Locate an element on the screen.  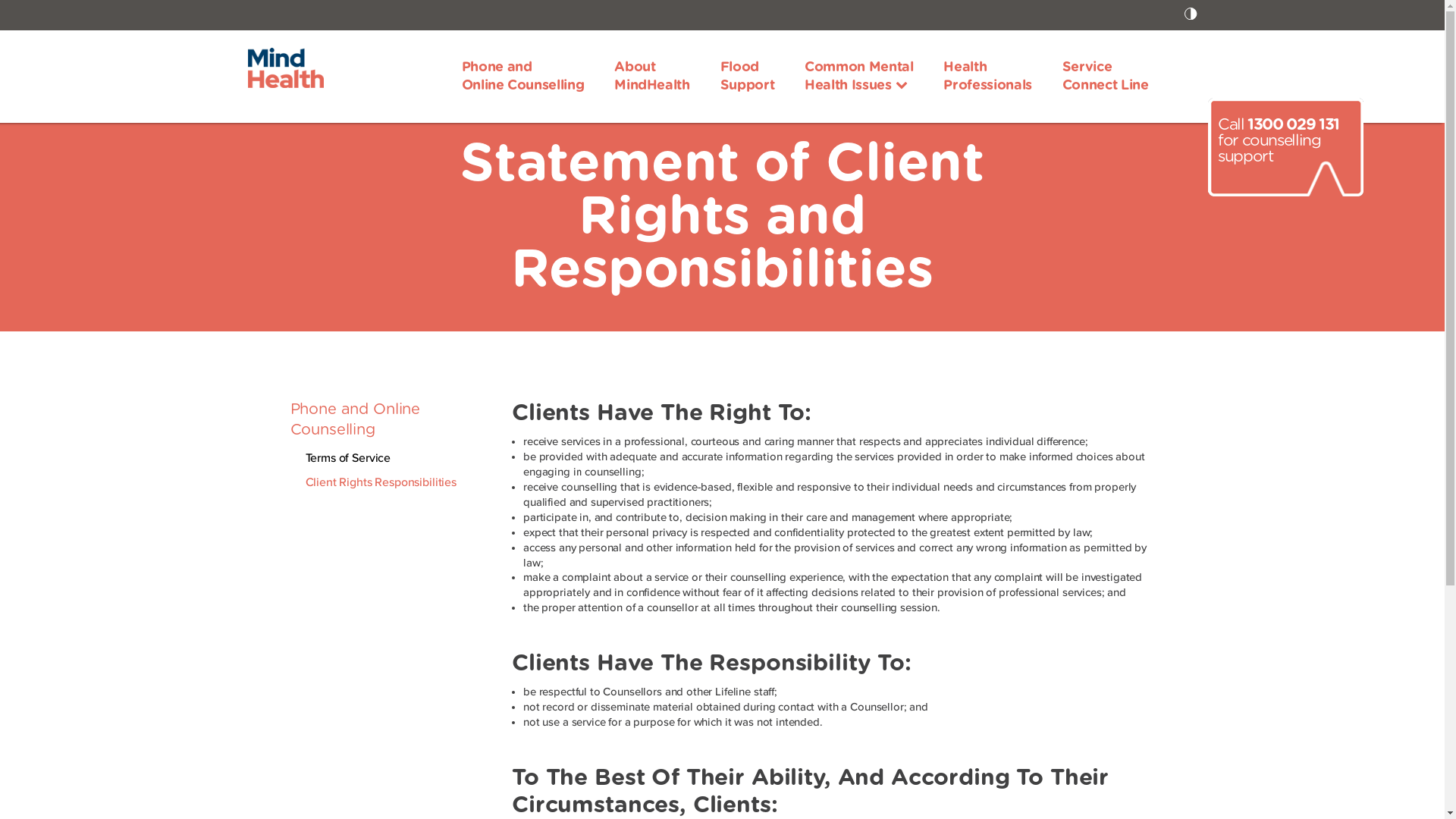
'1300 029 131' is located at coordinates (1292, 124).